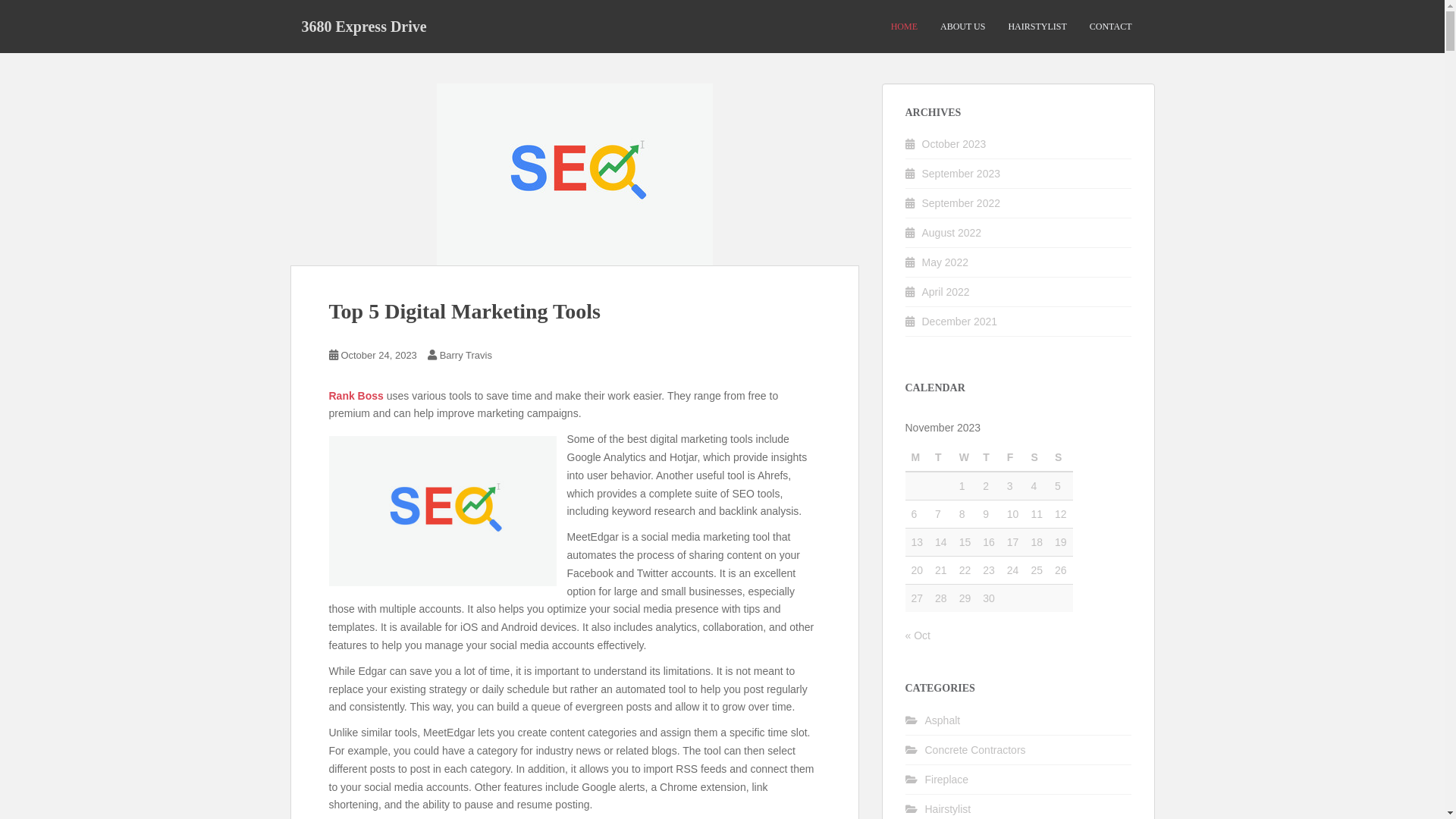  Describe the element at coordinates (362, 26) in the screenshot. I see `'3680 Express Drive'` at that location.